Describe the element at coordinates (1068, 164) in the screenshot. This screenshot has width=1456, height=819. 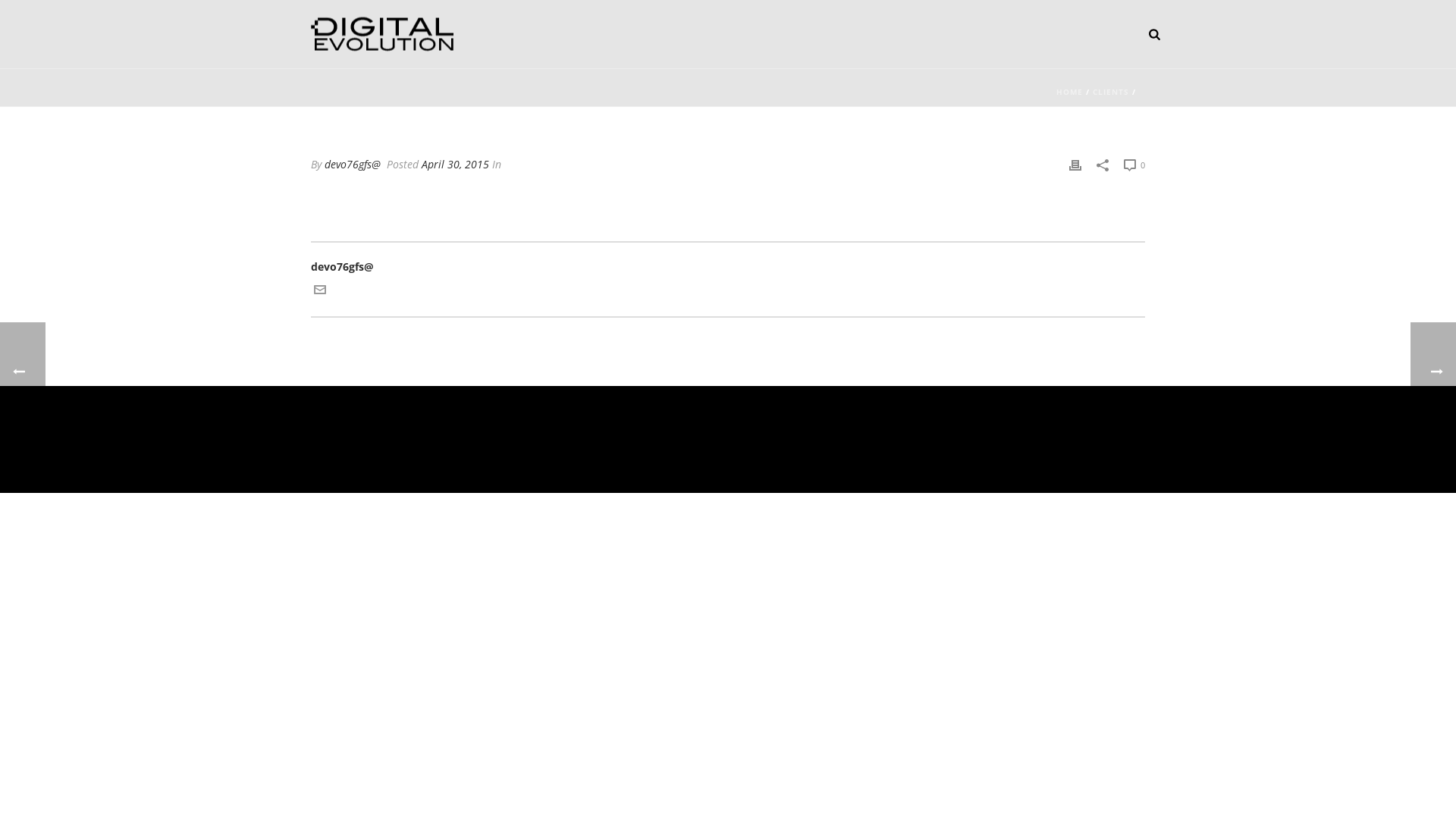
I see `'Print'` at that location.